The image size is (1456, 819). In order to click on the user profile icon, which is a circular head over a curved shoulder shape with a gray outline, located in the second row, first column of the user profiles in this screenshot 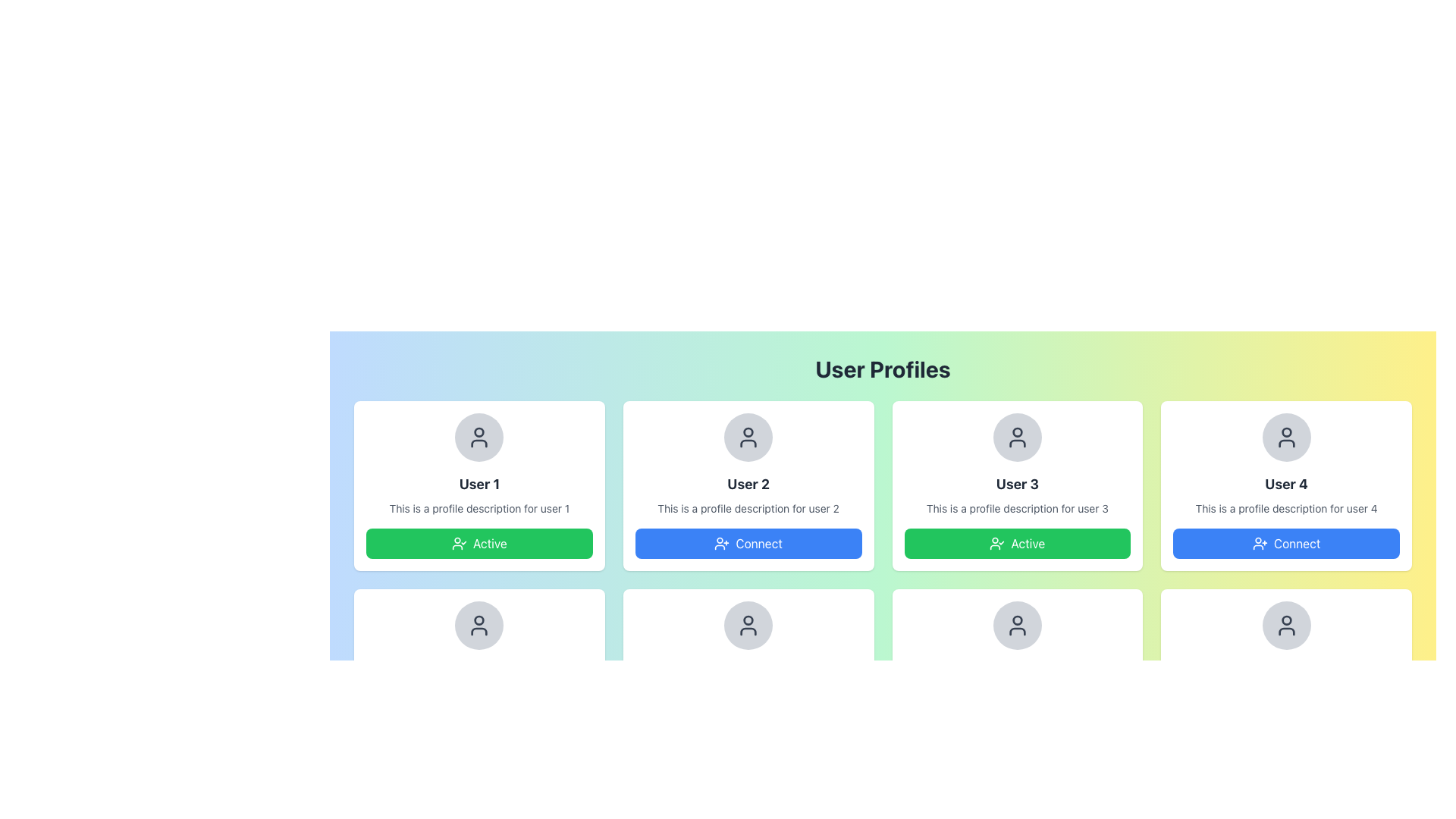, I will do `click(748, 626)`.